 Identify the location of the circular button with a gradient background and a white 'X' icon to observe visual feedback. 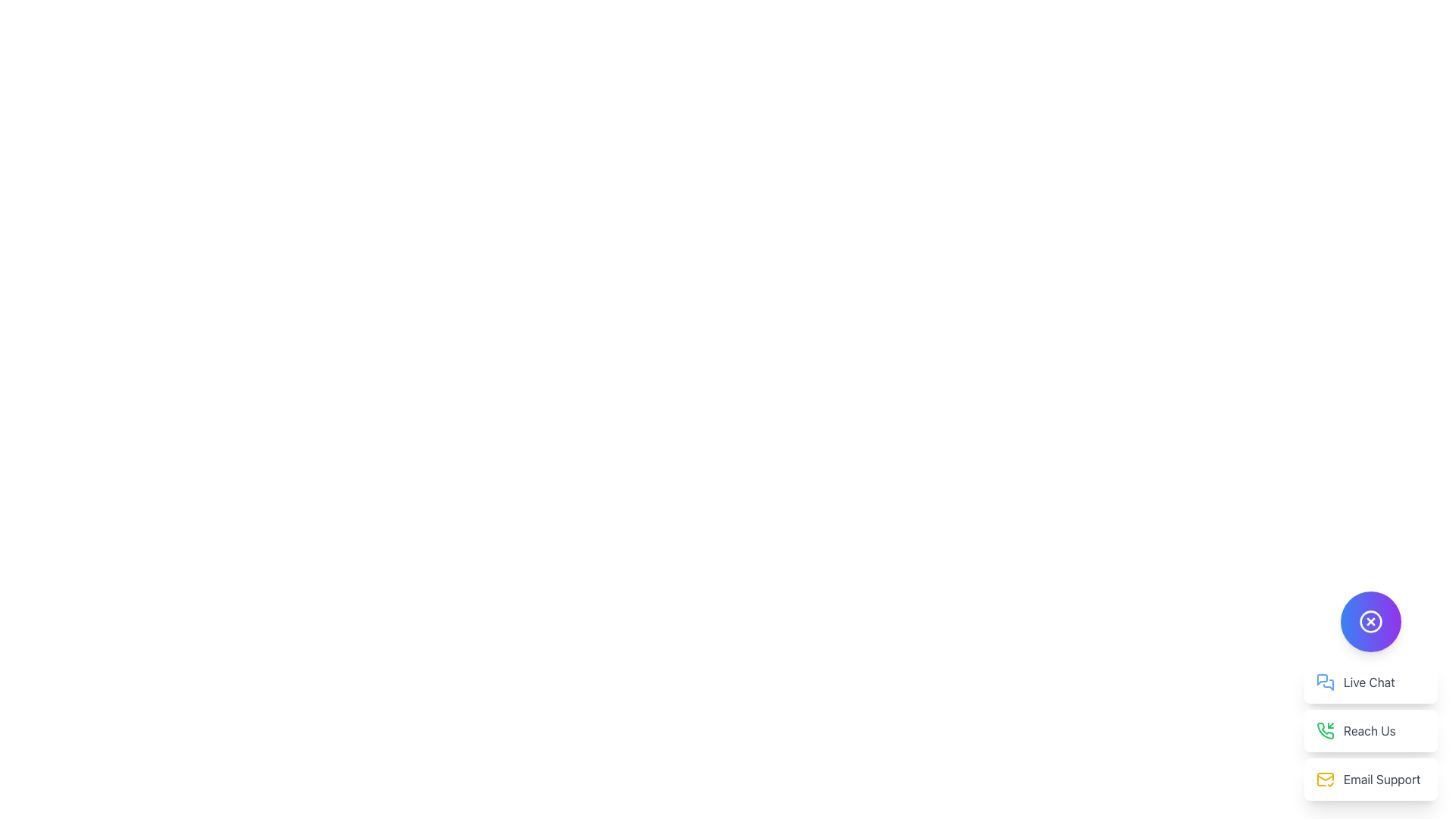
(1371, 622).